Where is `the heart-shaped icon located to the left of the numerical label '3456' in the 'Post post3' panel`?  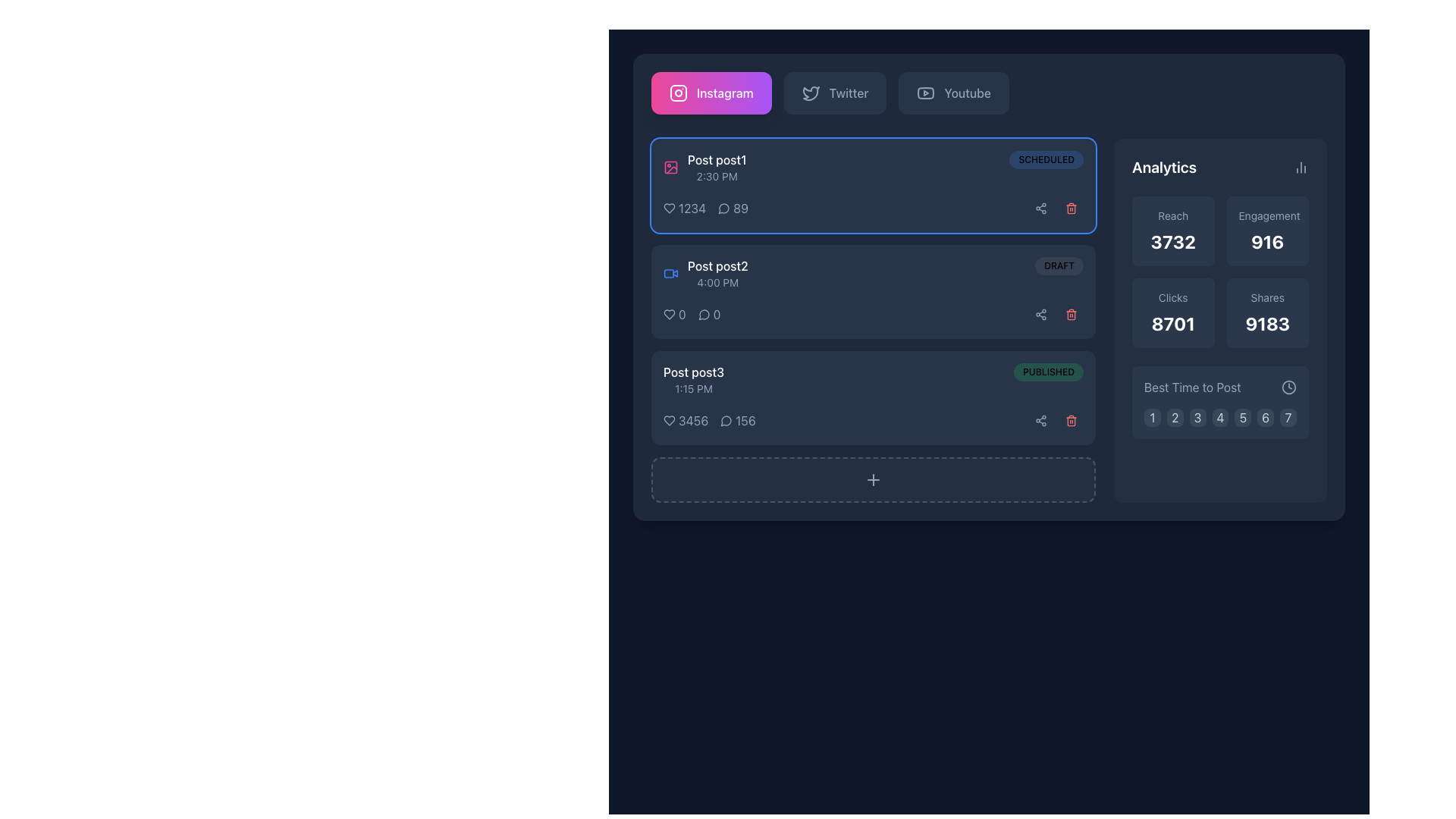
the heart-shaped icon located to the left of the numerical label '3456' in the 'Post post3' panel is located at coordinates (669, 421).